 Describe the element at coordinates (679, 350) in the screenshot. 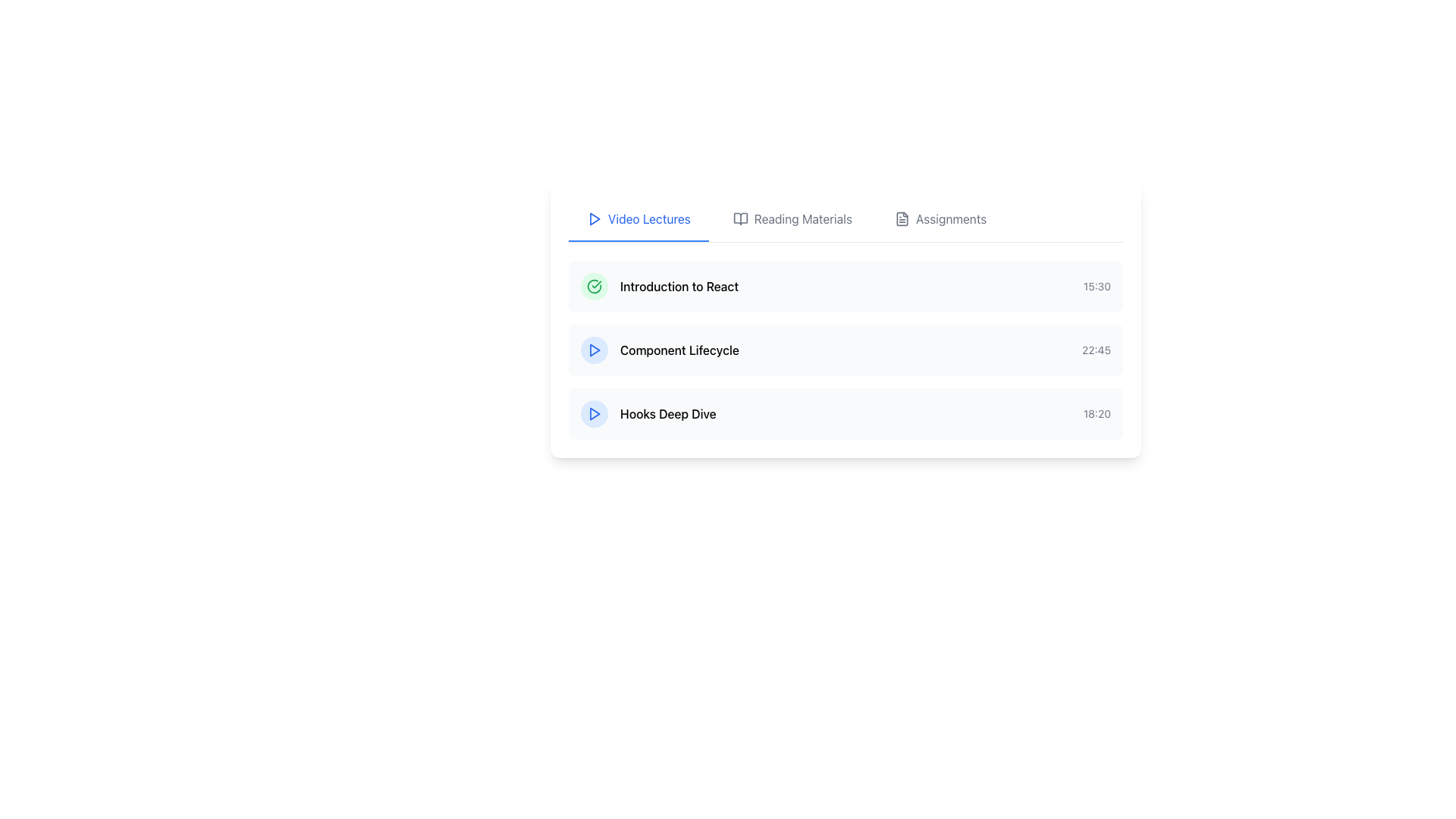

I see `the text label 'Component Lifecycle', which is styled with medium-sized font weight and located to the right of a small blue circular play icon, as the second item in a vertically arranged list` at that location.